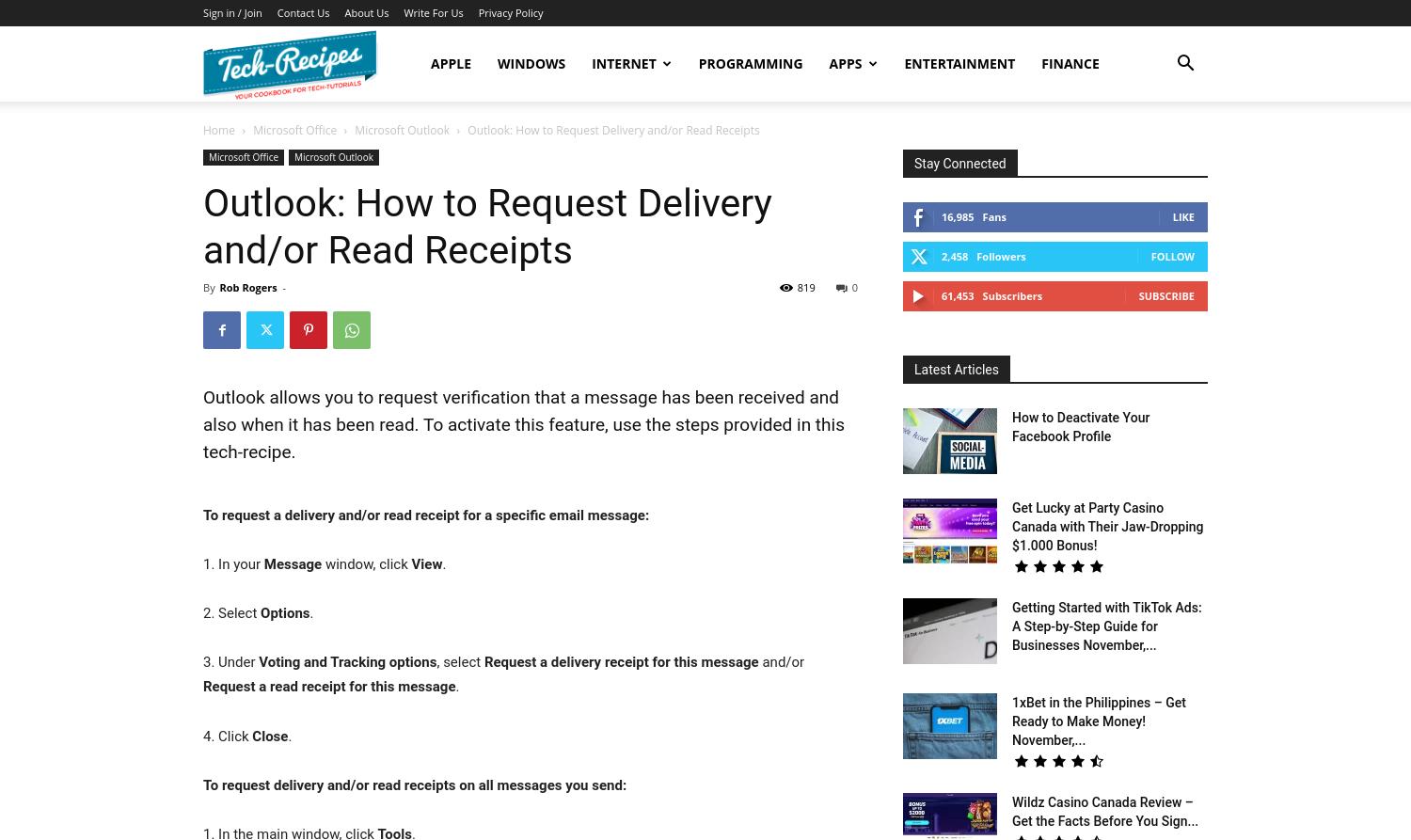 This screenshot has height=840, width=1411. Describe the element at coordinates (414, 783) in the screenshot. I see `'To request delivery and/or read receipts on all messages you send:'` at that location.